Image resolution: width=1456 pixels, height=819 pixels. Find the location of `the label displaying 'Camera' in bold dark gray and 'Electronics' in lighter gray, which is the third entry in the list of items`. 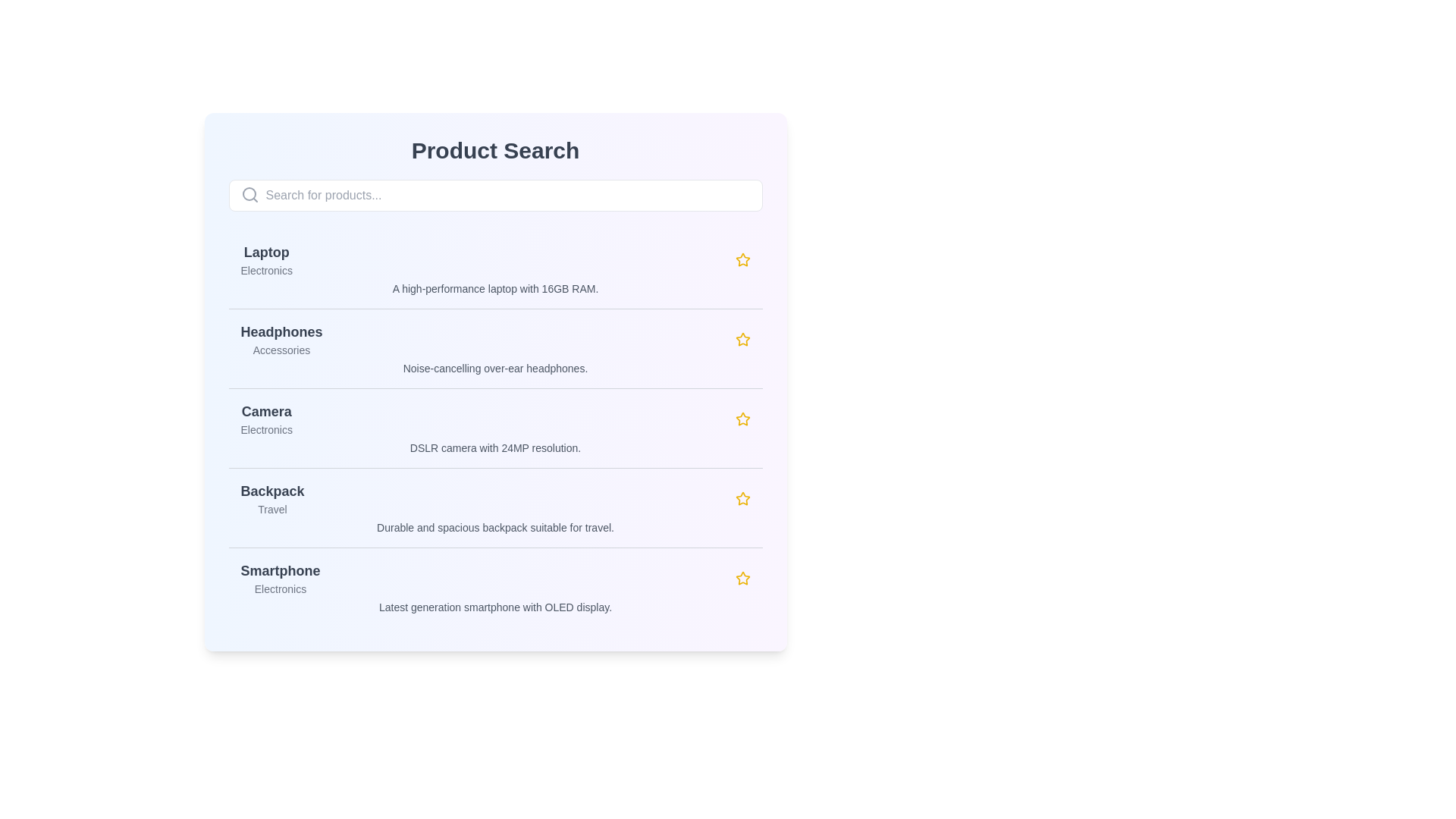

the label displaying 'Camera' in bold dark gray and 'Electronics' in lighter gray, which is the third entry in the list of items is located at coordinates (266, 419).